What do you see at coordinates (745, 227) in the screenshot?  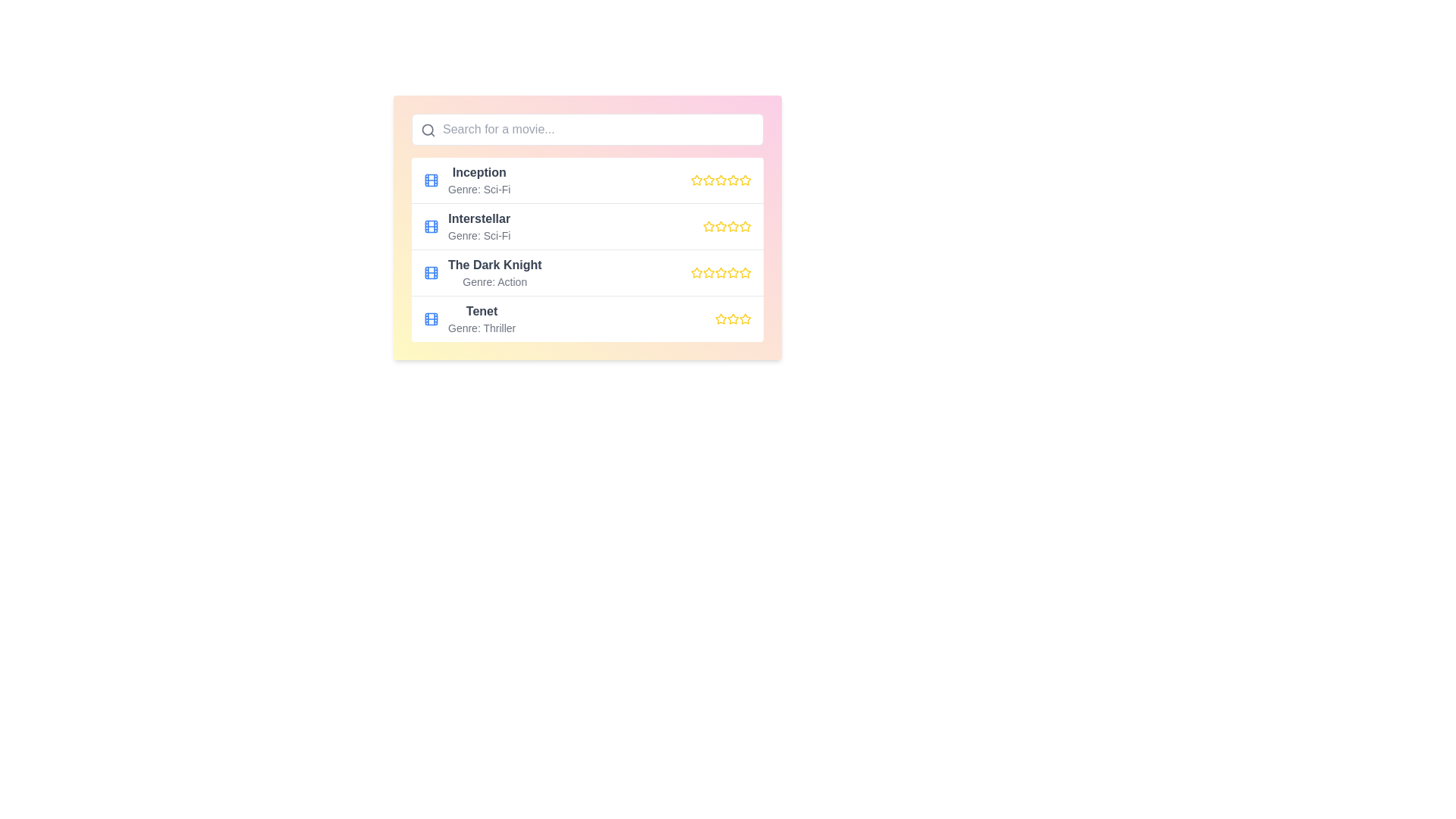 I see `the fifth star in the rating row adjacent to the movie title 'Interstellar' to rate it` at bounding box center [745, 227].